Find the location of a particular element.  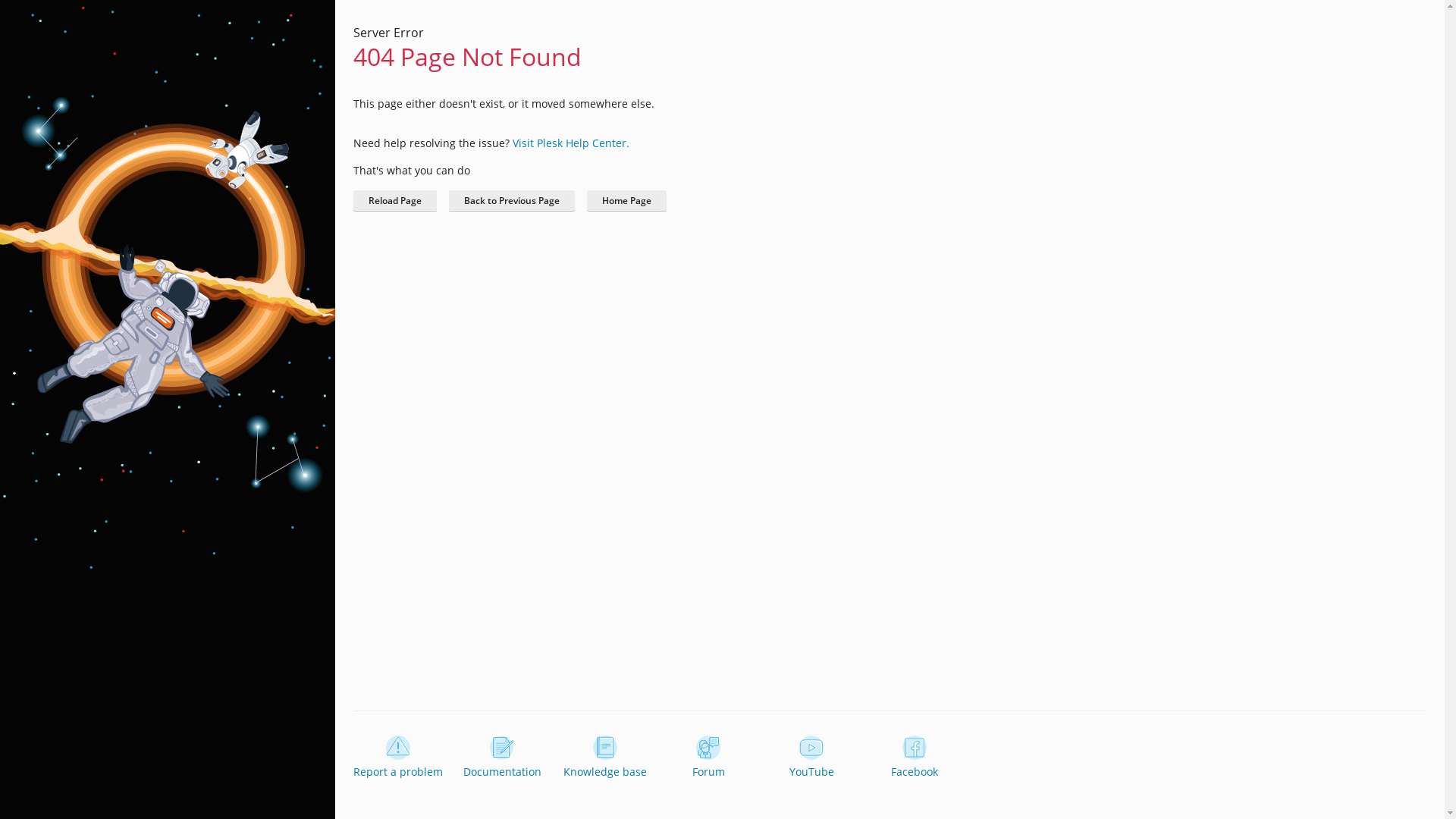

'Home Page' is located at coordinates (585, 200).